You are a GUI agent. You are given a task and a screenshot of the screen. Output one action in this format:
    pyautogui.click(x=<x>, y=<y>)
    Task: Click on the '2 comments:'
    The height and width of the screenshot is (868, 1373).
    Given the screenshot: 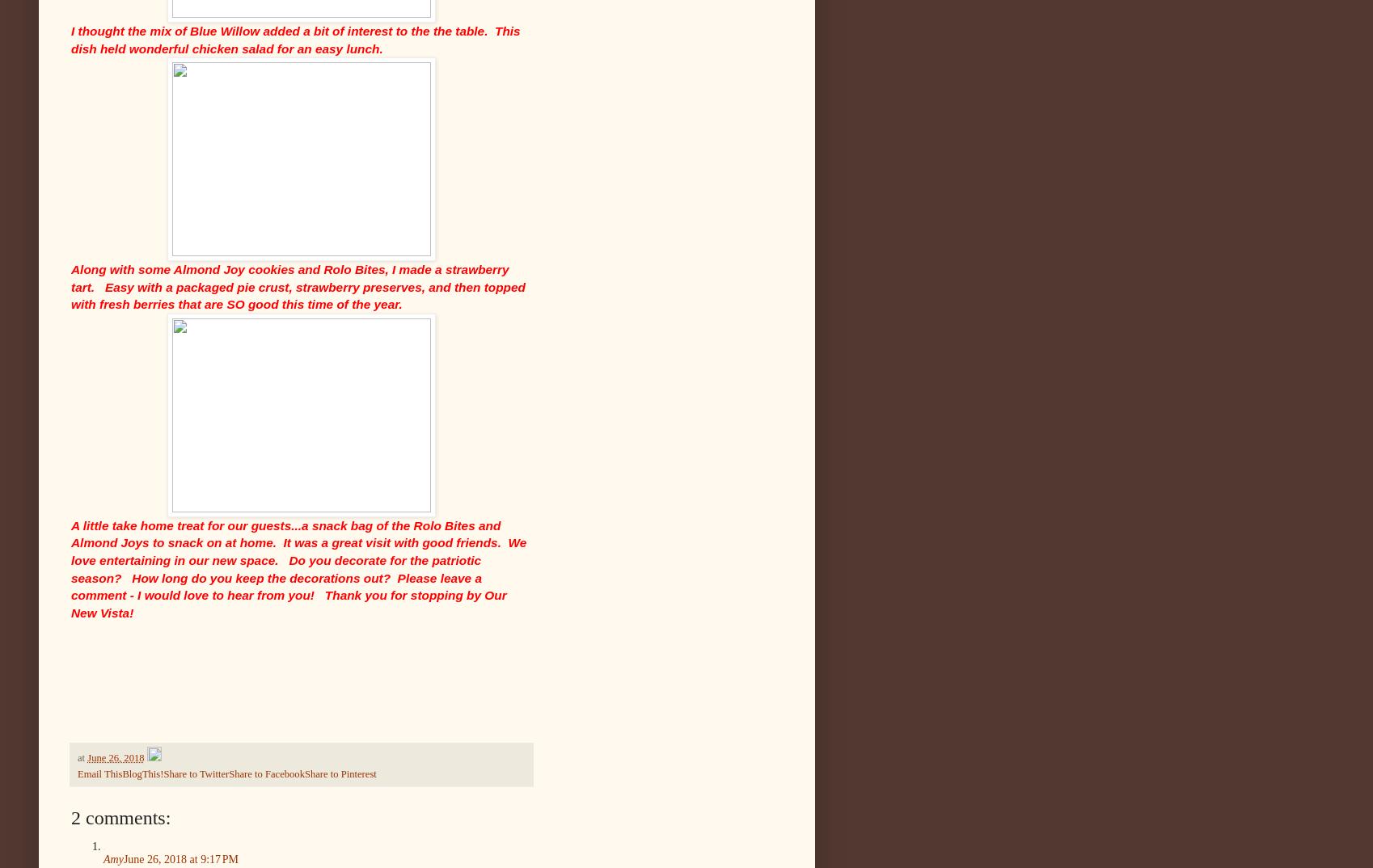 What is the action you would take?
    pyautogui.click(x=70, y=815)
    